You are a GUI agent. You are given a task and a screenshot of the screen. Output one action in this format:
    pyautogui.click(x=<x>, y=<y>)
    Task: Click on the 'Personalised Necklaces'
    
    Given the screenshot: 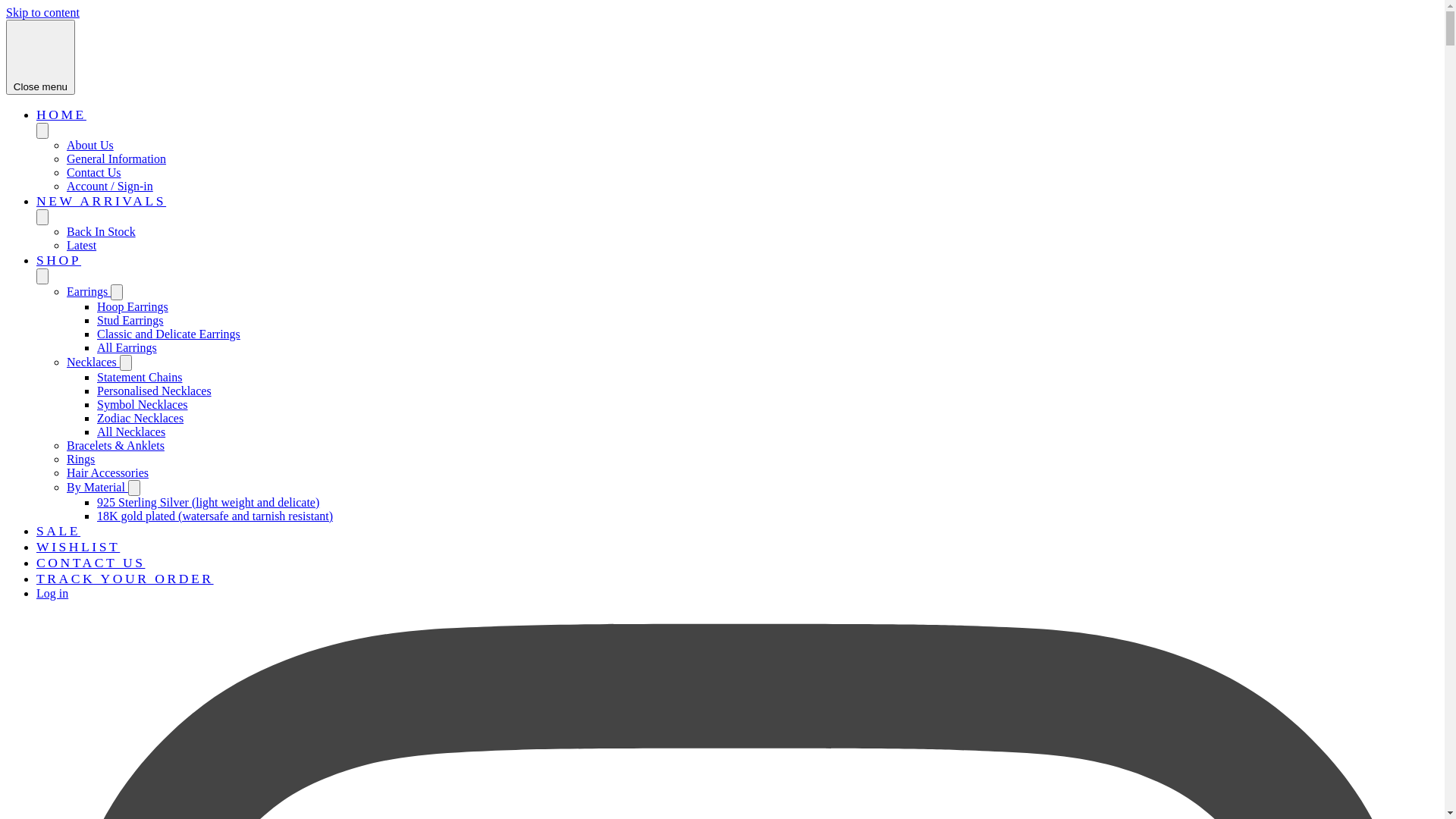 What is the action you would take?
    pyautogui.click(x=96, y=390)
    